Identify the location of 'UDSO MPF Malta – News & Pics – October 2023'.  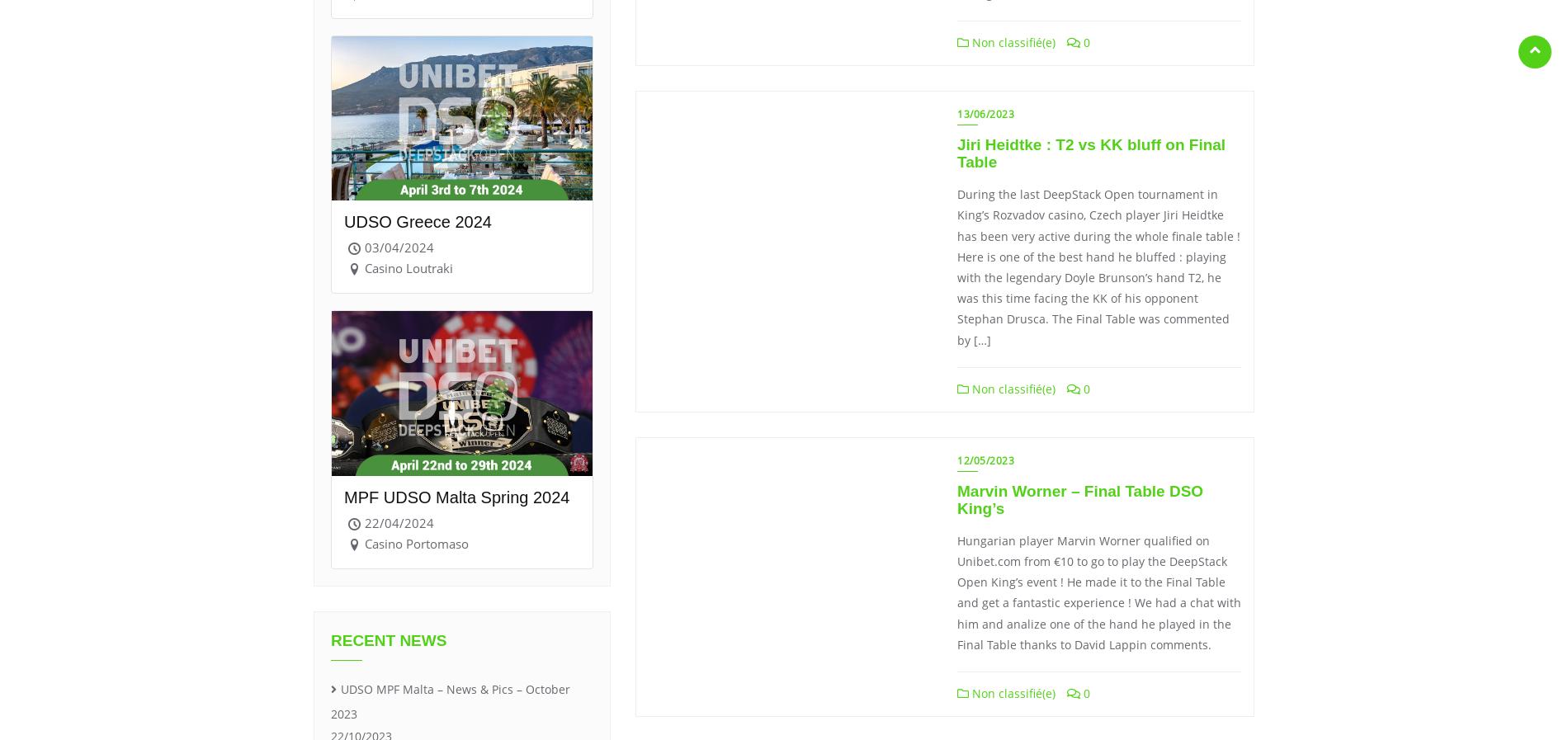
(451, 700).